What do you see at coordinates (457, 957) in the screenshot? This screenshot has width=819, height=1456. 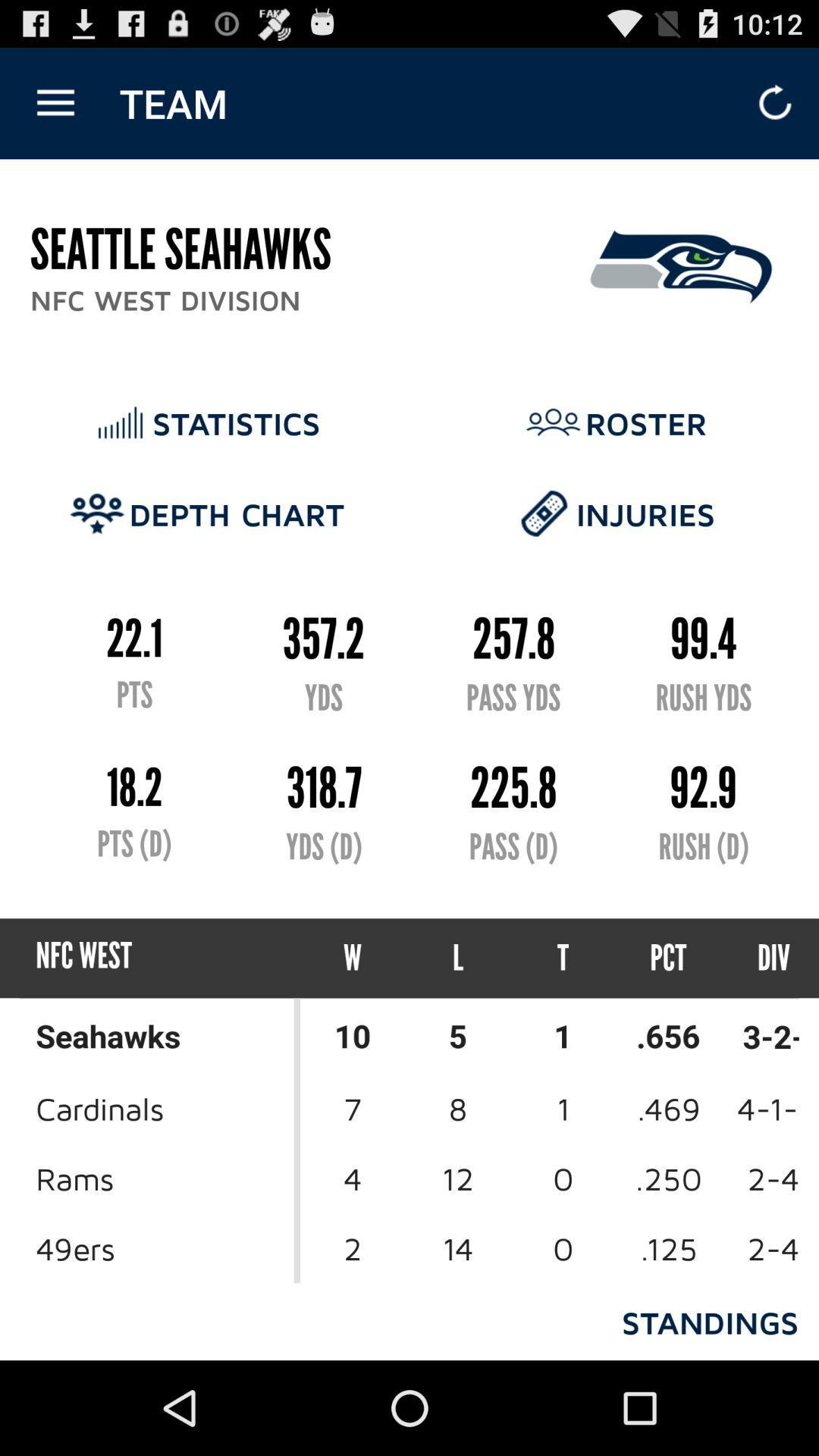 I see `icon next to w` at bounding box center [457, 957].